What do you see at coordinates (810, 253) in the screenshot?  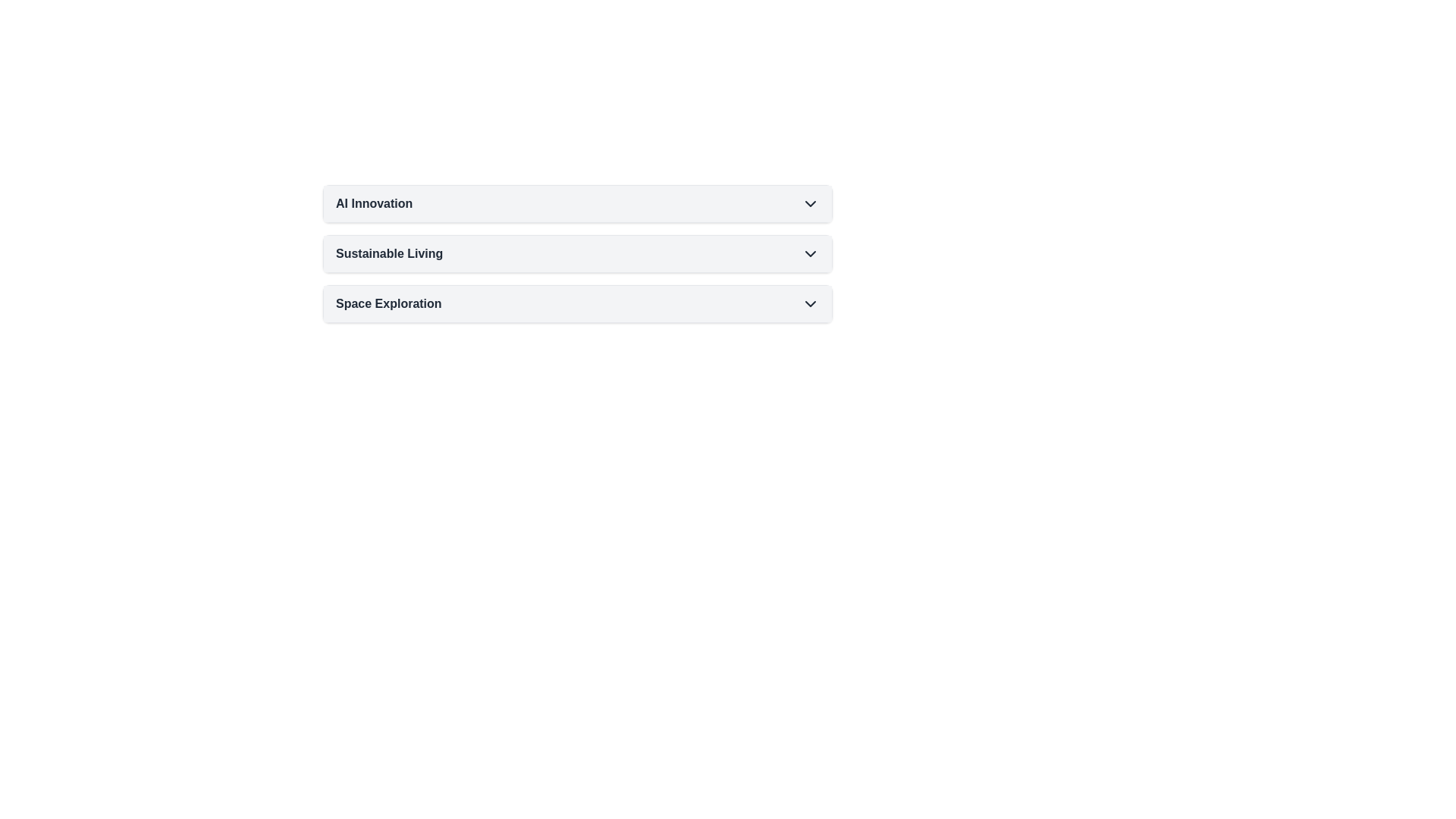 I see `the icon located at the far right side of the 'Sustainable Living' section header` at bounding box center [810, 253].